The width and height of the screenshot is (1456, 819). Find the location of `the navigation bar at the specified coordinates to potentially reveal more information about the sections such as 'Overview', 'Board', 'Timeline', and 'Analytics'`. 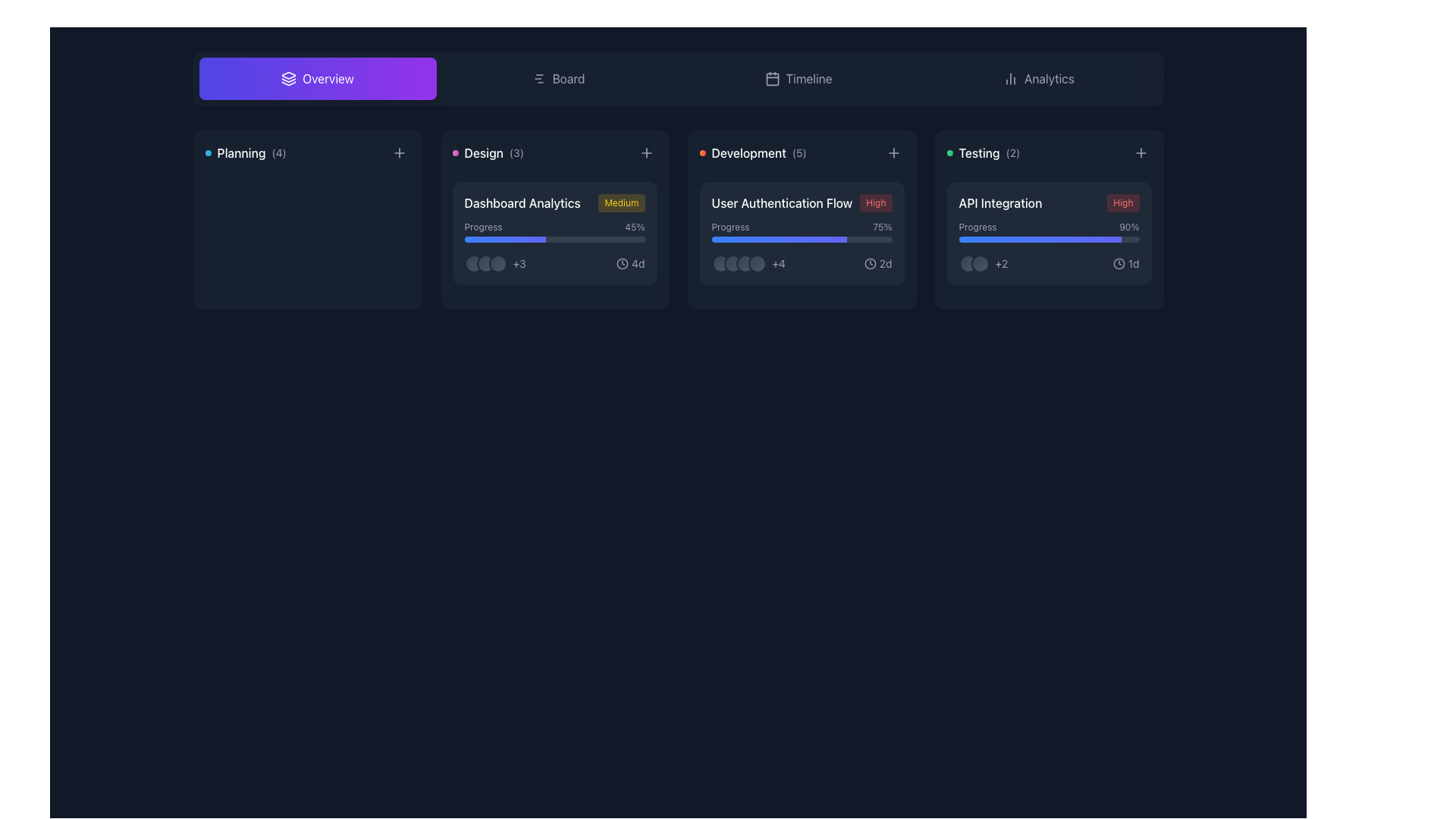

the navigation bar at the specified coordinates to potentially reveal more information about the sections such as 'Overview', 'Board', 'Timeline', and 'Analytics' is located at coordinates (677, 79).